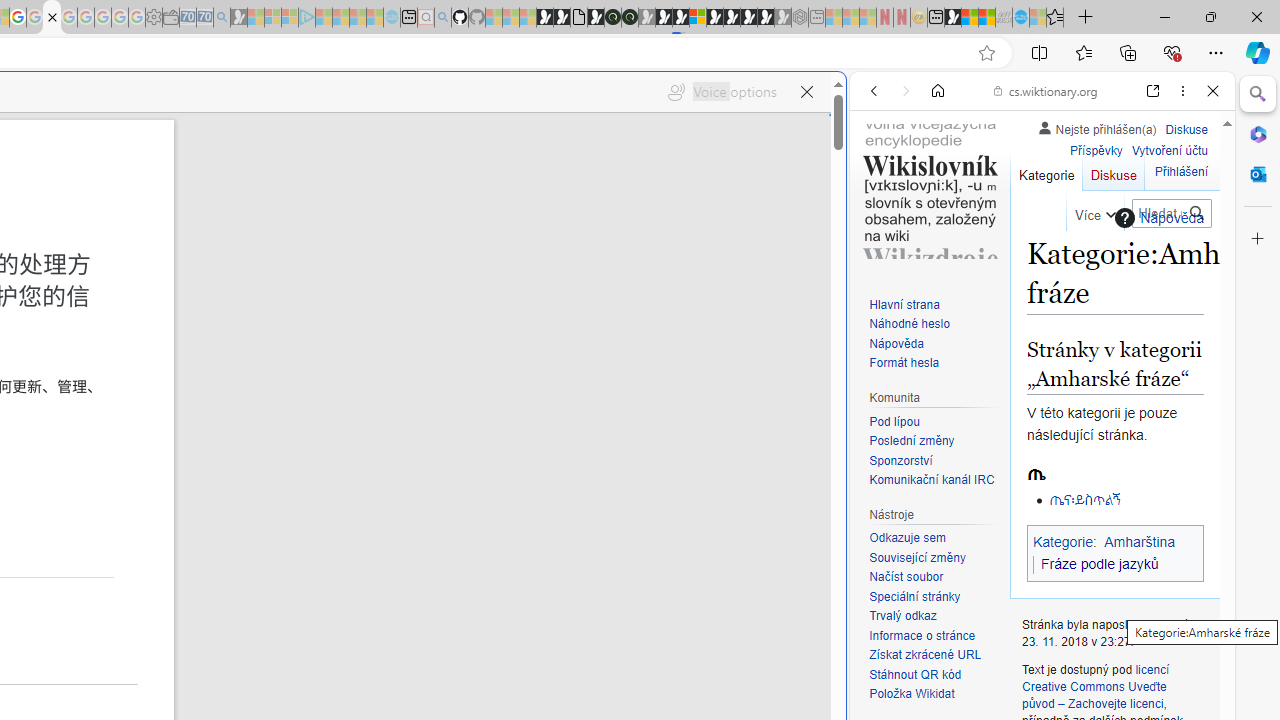 The width and height of the screenshot is (1280, 720). I want to click on 'Microsoft Start Gaming - Sleeping', so click(238, 17).